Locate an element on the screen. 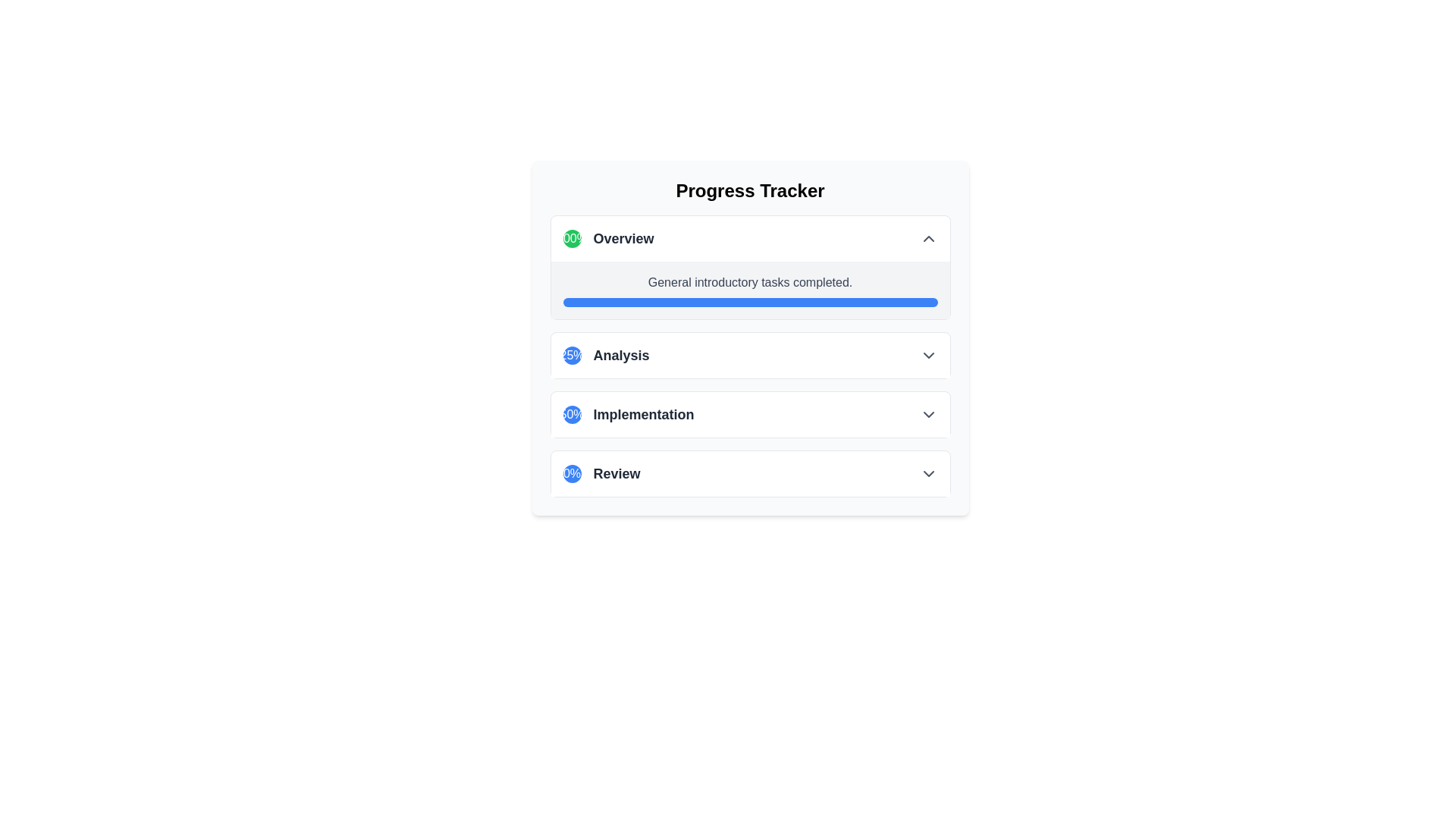  the progress information element displaying '25%' and 'Analysis' within the 'Progress Tracker' card is located at coordinates (605, 356).